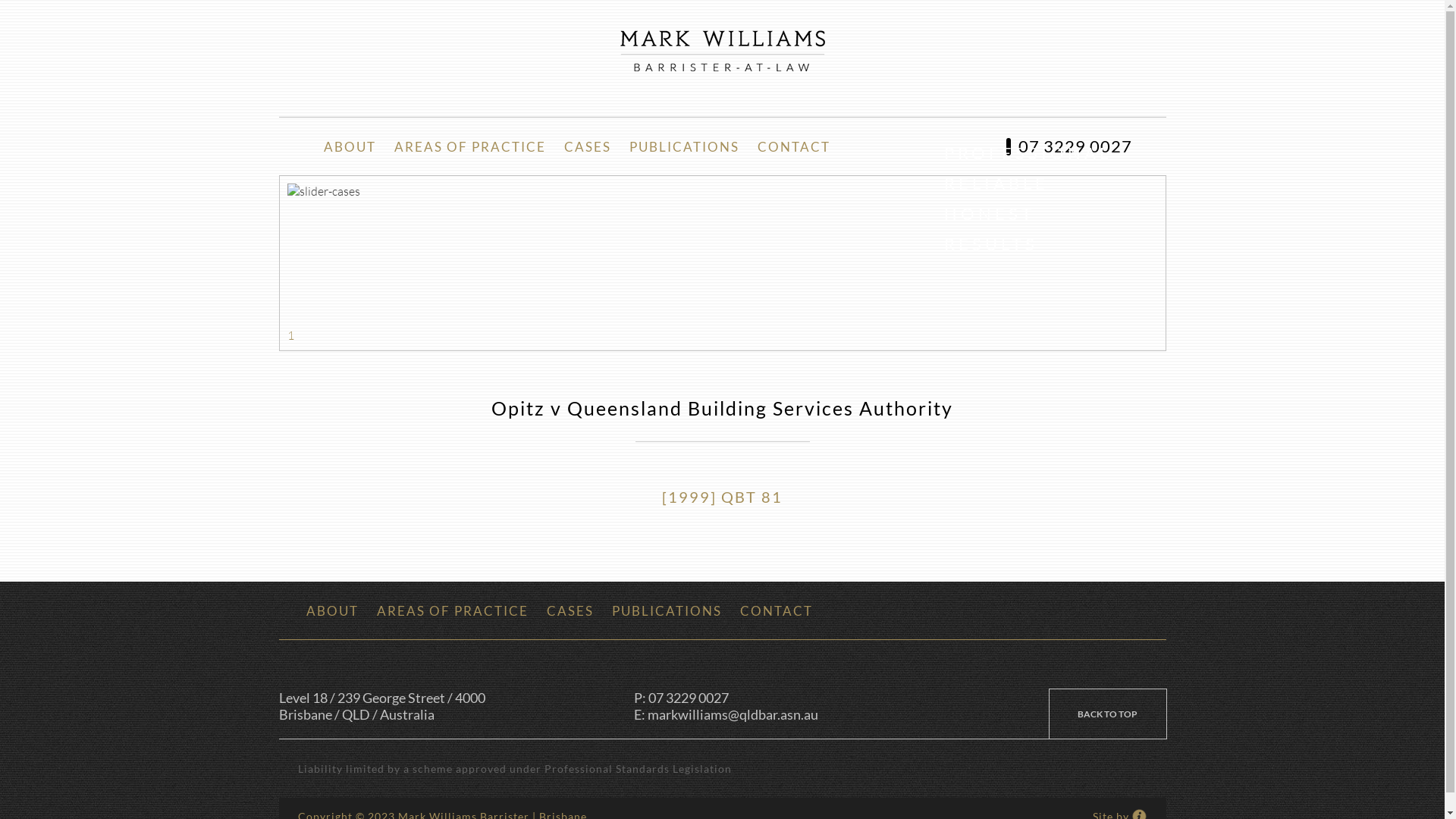 The width and height of the screenshot is (1456, 819). I want to click on 'PUBLICATIONS', so click(620, 146).